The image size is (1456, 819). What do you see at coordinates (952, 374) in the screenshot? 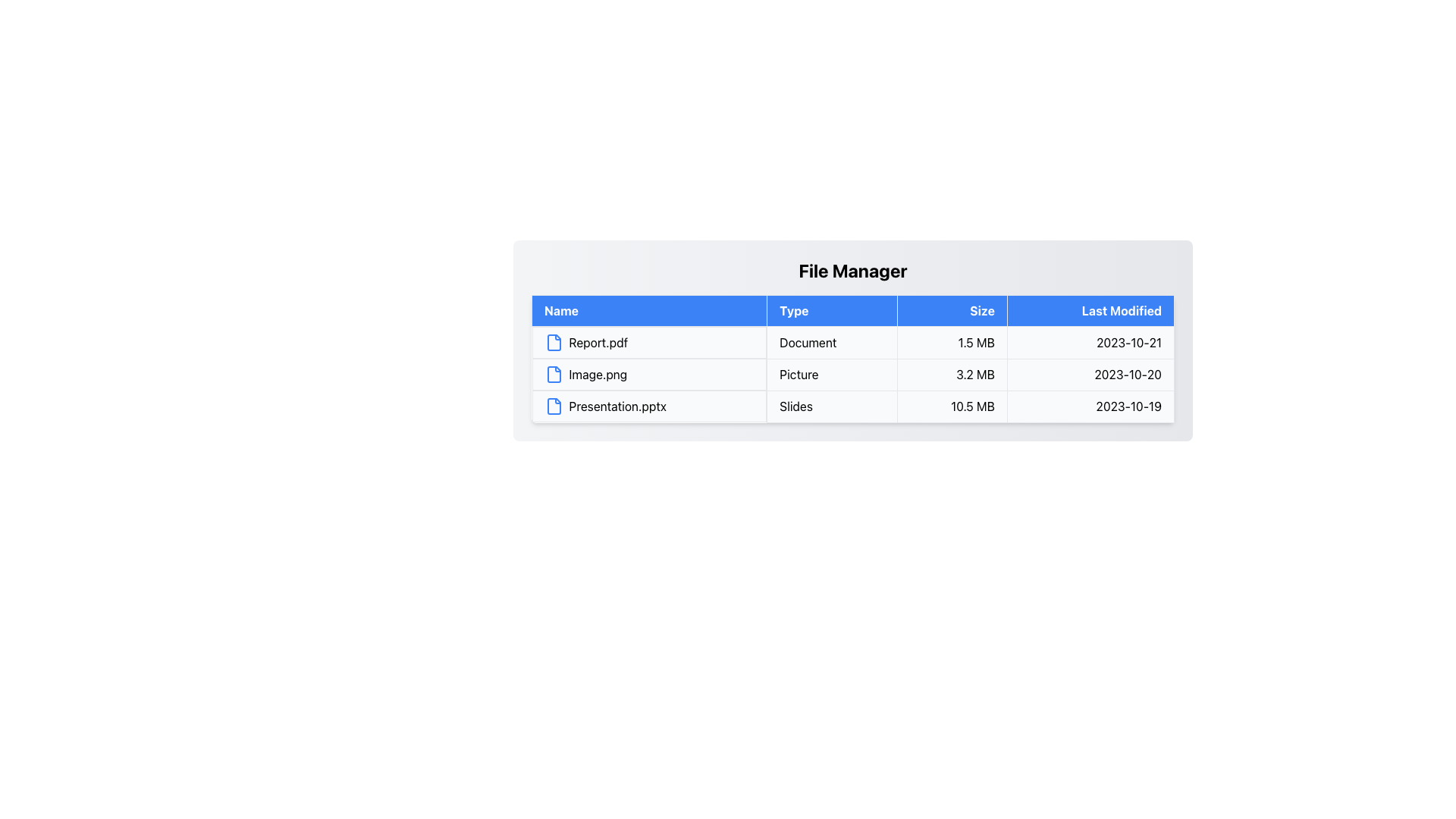
I see `the static text displaying '3.2 MB' in the 'Size' column of the data table, located in the third column of the second row, adjacent to 'Picture' and '2023-10-20'` at bounding box center [952, 374].